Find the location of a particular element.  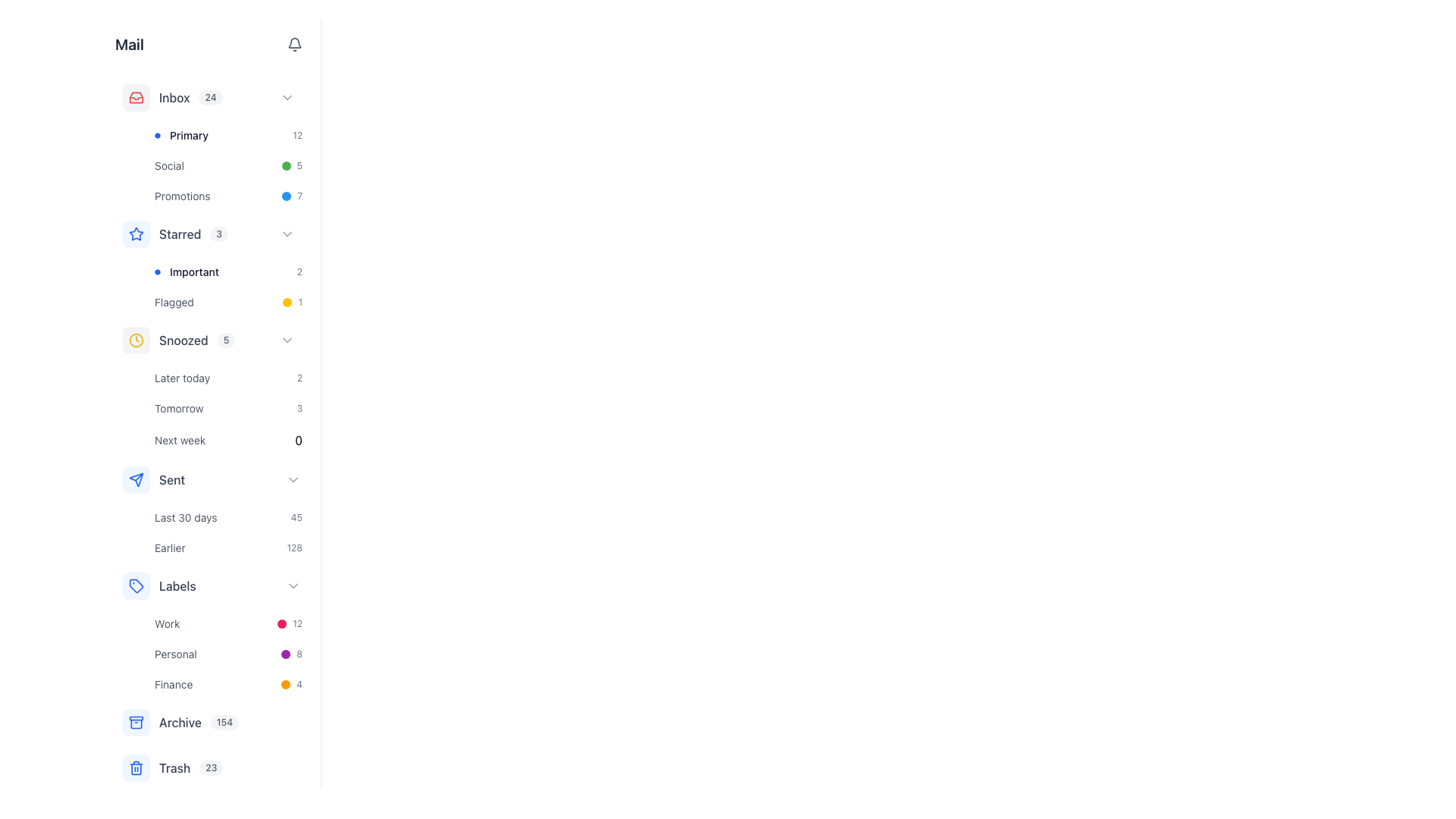

the 'Promotions' indicator and text combination located at the end of the sidebar menu is located at coordinates (292, 195).